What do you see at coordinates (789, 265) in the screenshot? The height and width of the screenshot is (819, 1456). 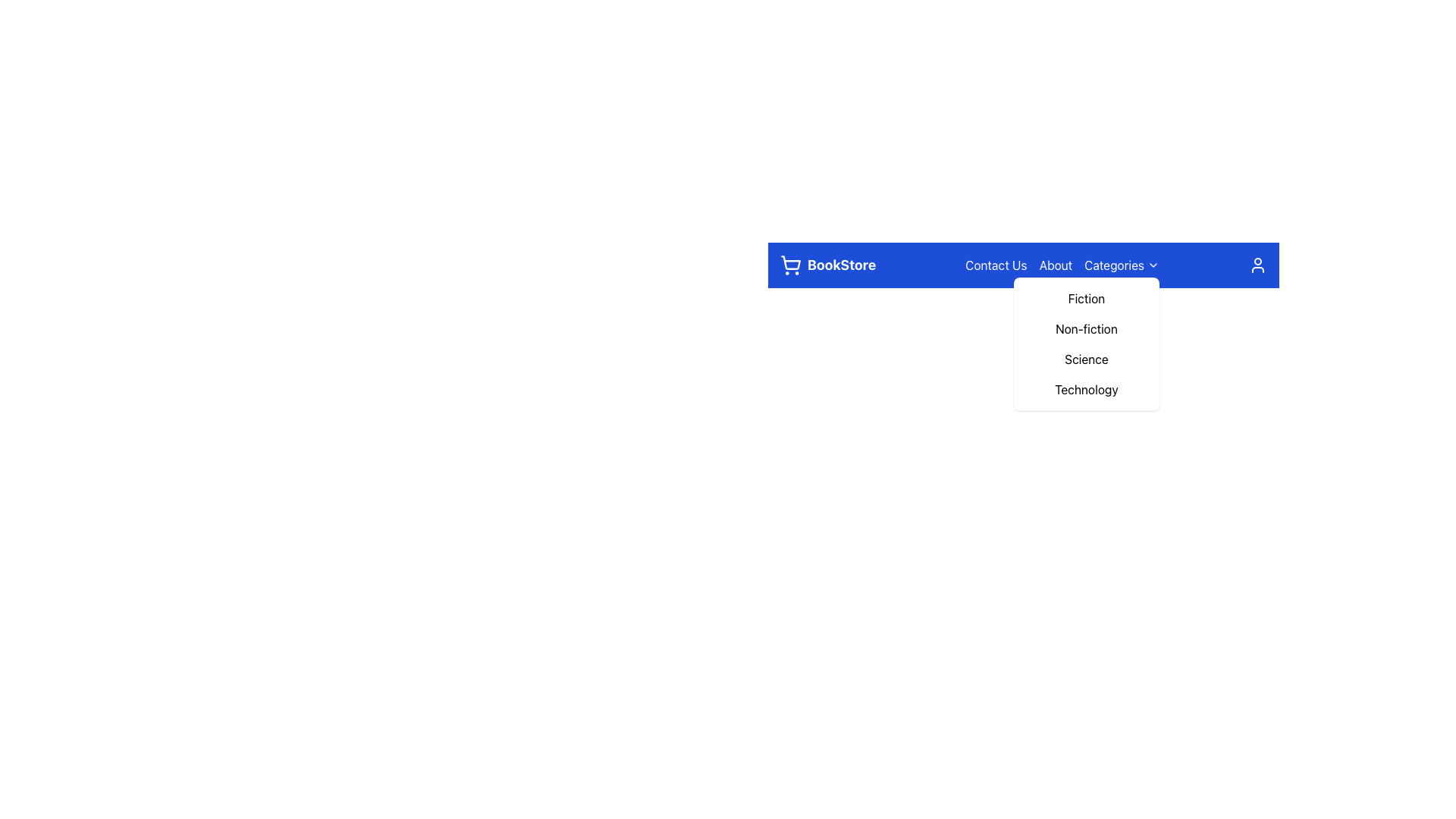 I see `the shopping cart icon located at the top-left corner of the blue header bar, which serves as a clickable button` at bounding box center [789, 265].